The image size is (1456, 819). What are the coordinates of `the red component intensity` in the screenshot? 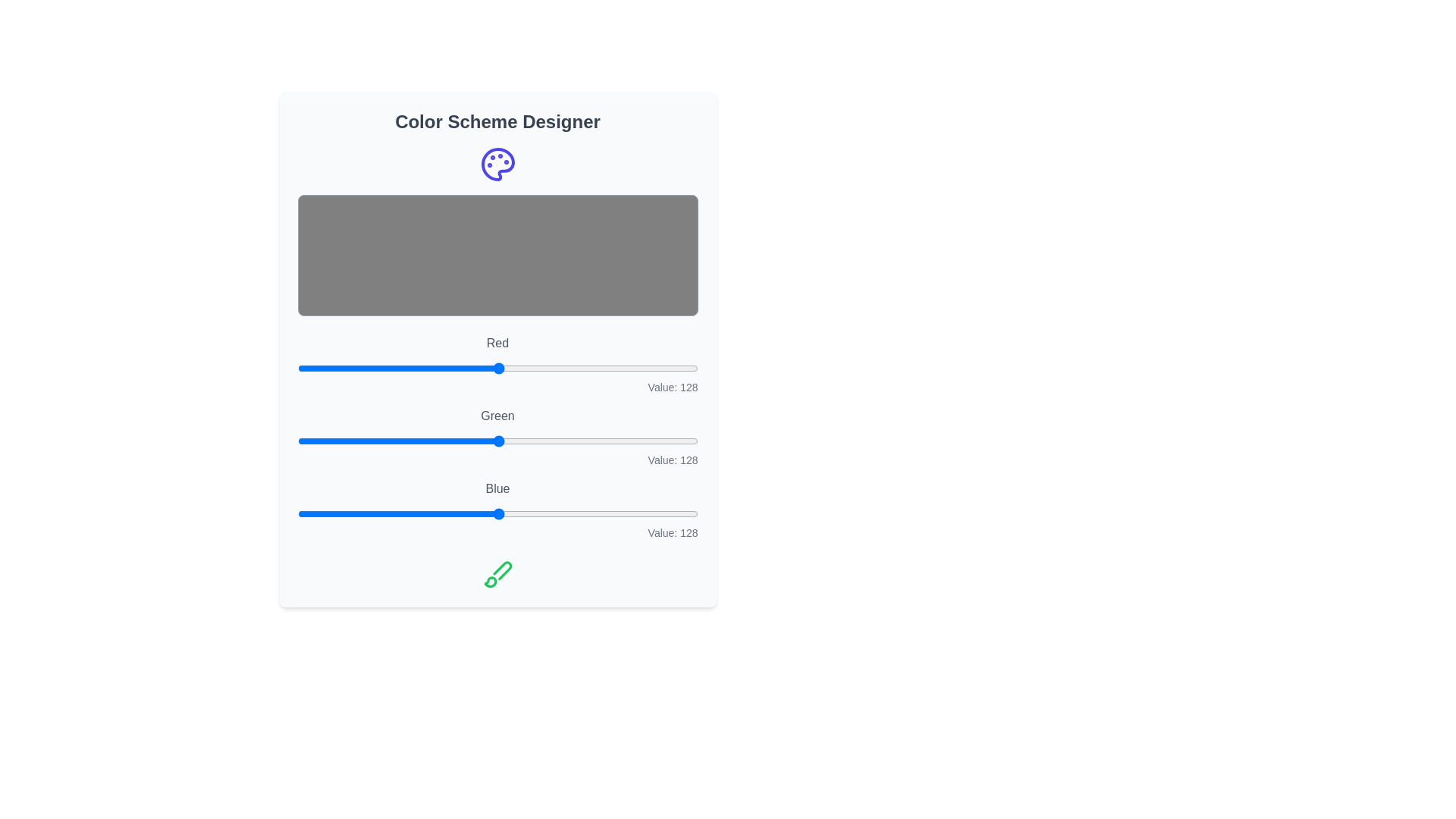 It's located at (300, 369).